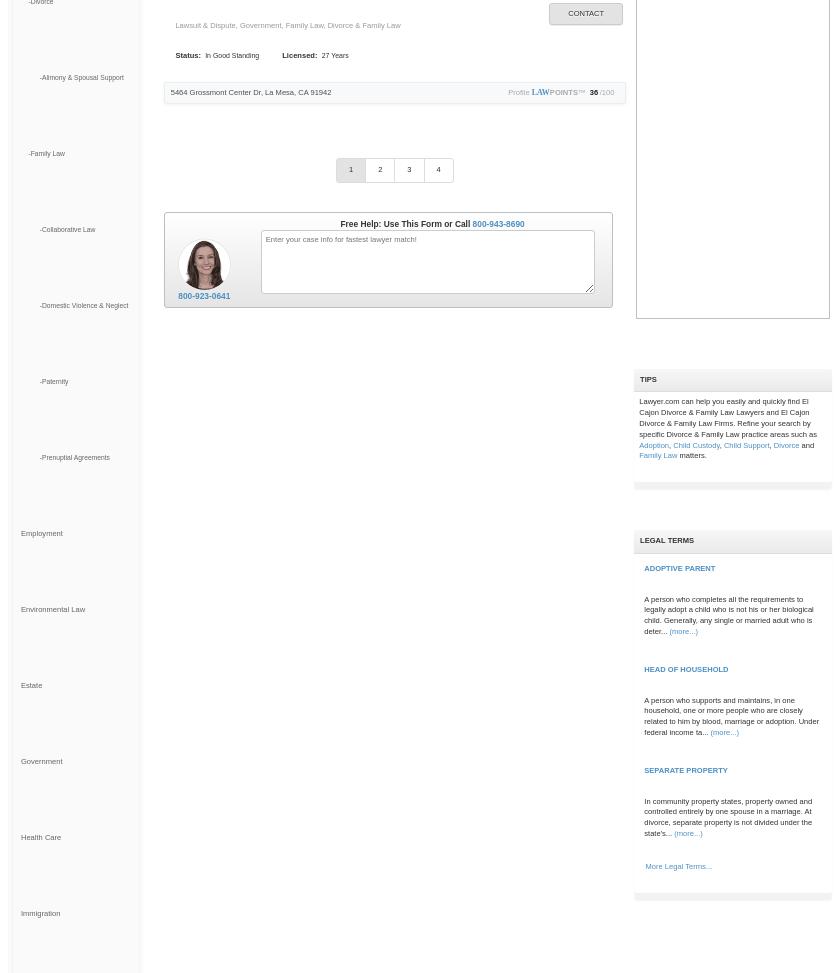  I want to click on '5464 Grossmont Center Dr', so click(214, 91).